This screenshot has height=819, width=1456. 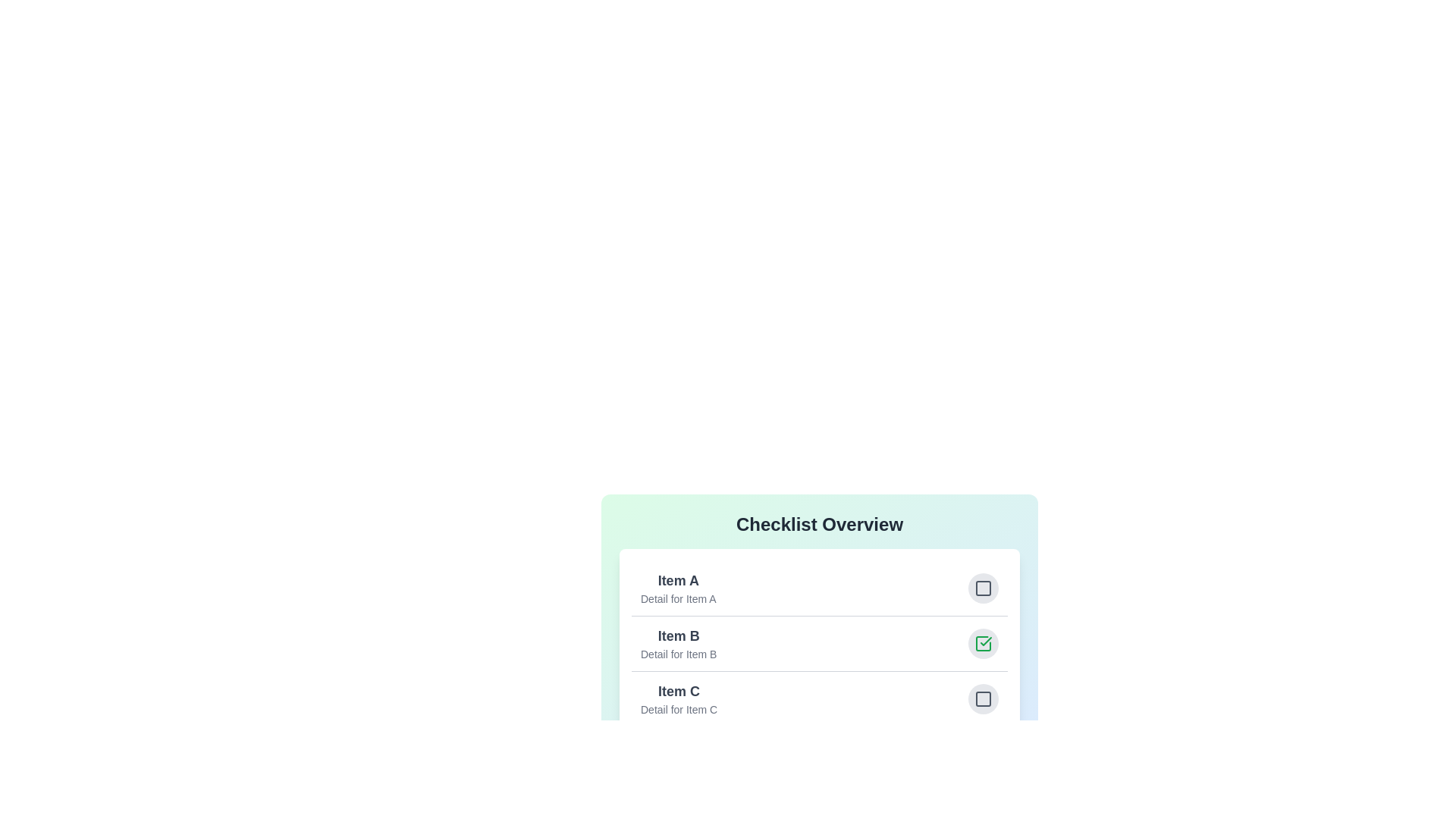 I want to click on the checkbox of the item with name Item B, so click(x=983, y=643).